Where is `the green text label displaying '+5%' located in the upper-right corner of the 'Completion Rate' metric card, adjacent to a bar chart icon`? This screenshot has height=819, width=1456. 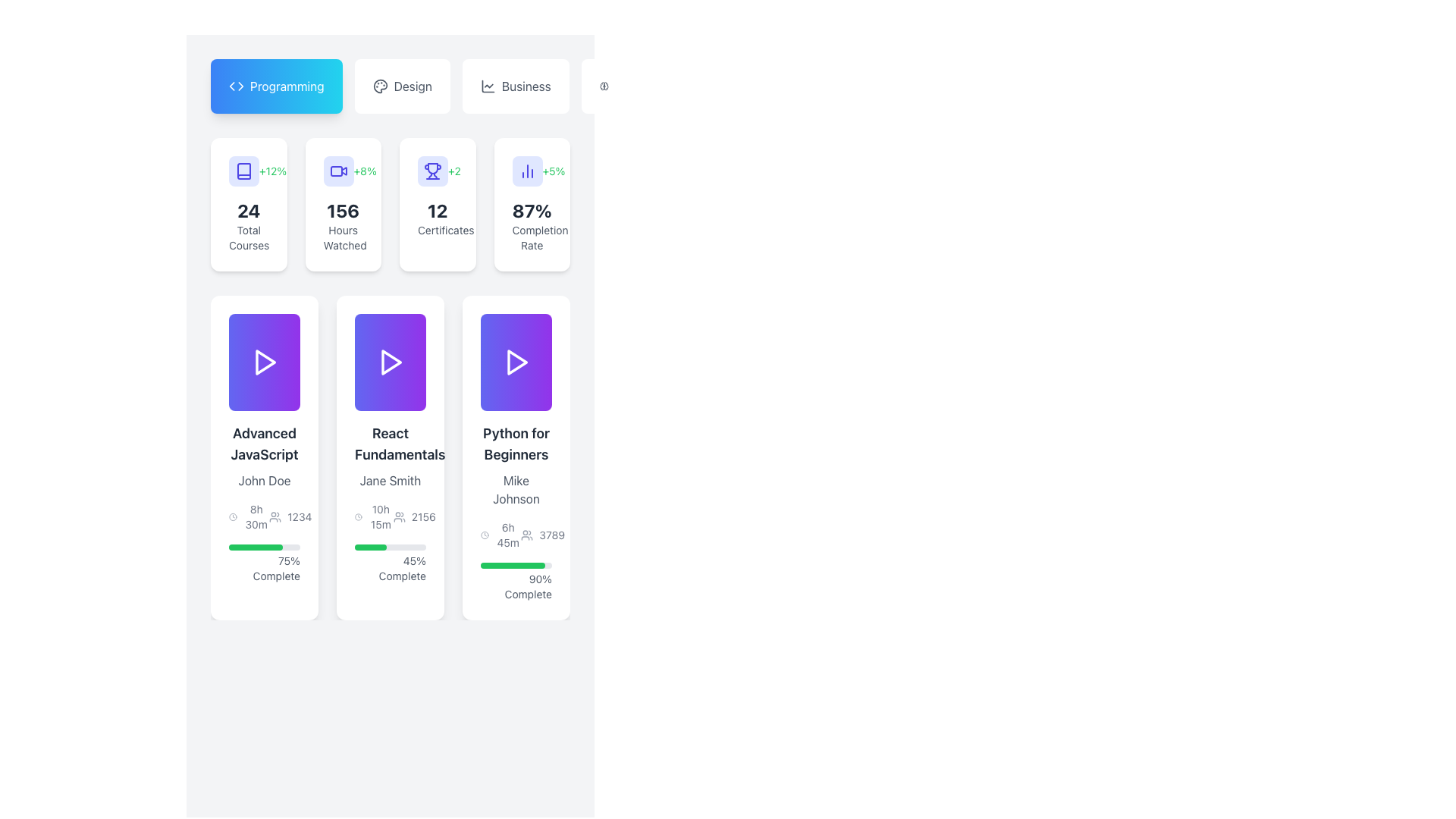
the green text label displaying '+5%' located in the upper-right corner of the 'Completion Rate' metric card, adjacent to a bar chart icon is located at coordinates (553, 171).